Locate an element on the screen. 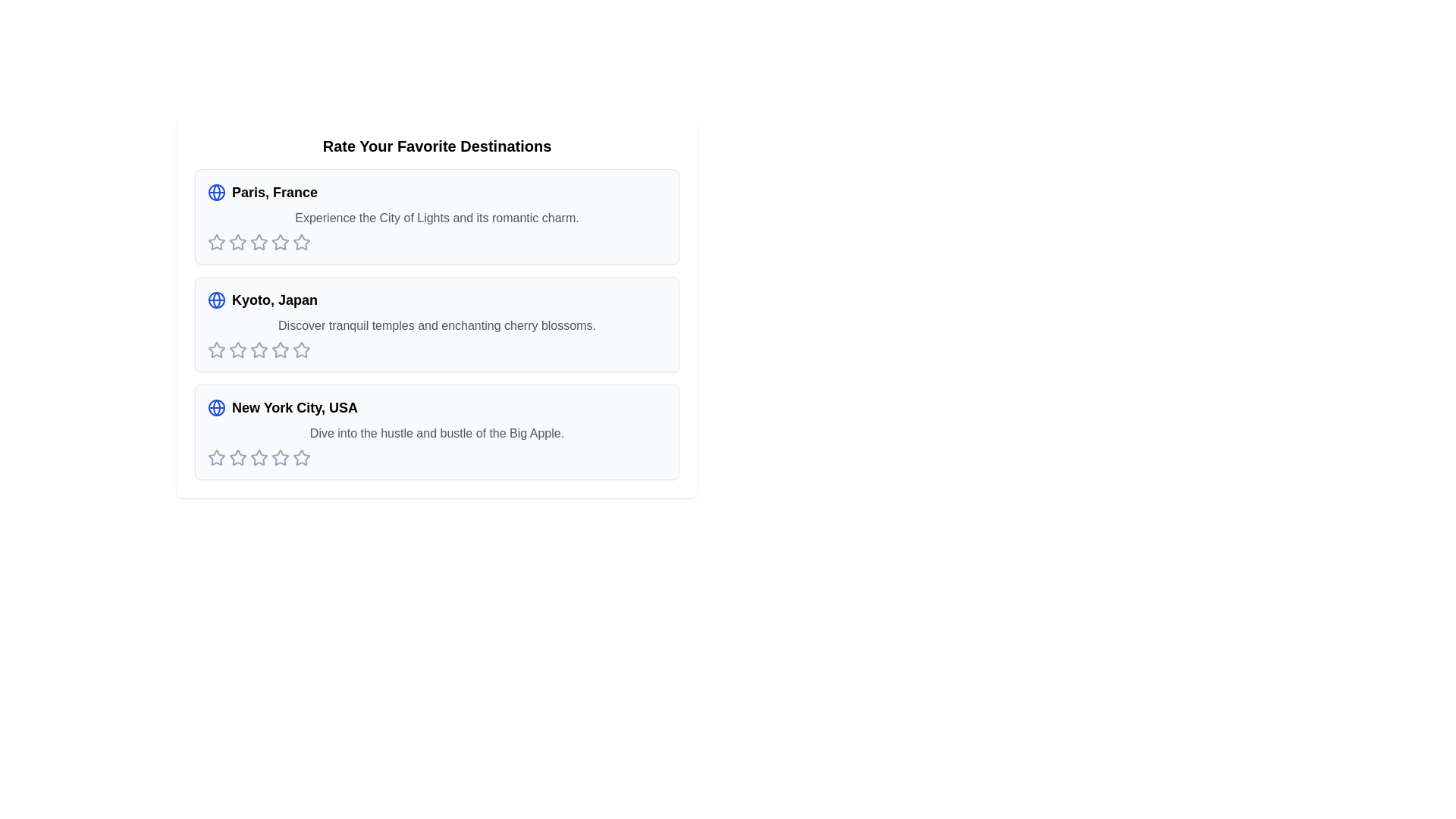 Image resolution: width=1456 pixels, height=819 pixels. descriptive text located beneath the title 'Paris, France' in the section titled 'Rate Your Favorite Destinations.' is located at coordinates (436, 218).